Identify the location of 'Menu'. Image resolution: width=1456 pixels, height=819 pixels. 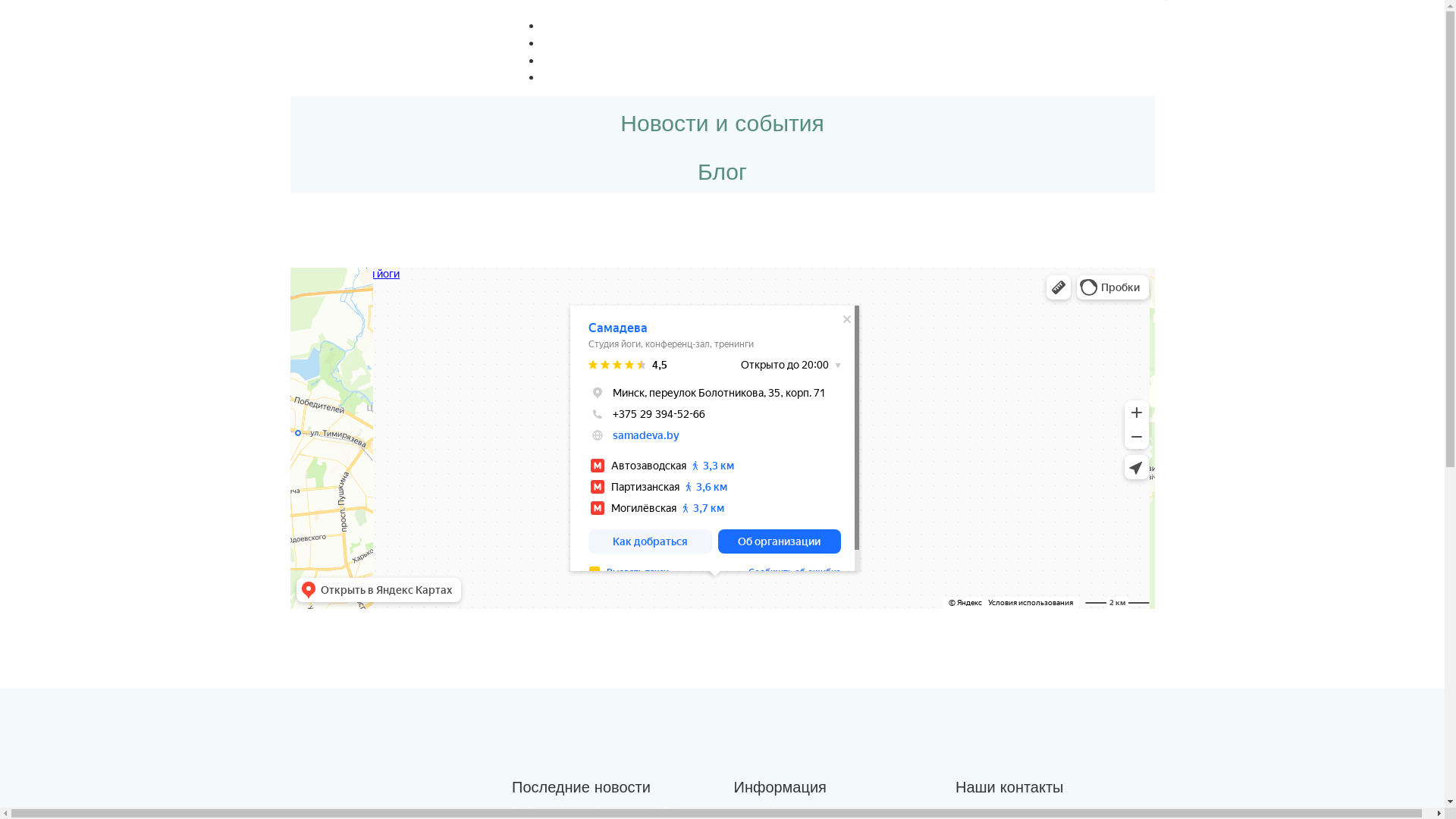
(516, 8).